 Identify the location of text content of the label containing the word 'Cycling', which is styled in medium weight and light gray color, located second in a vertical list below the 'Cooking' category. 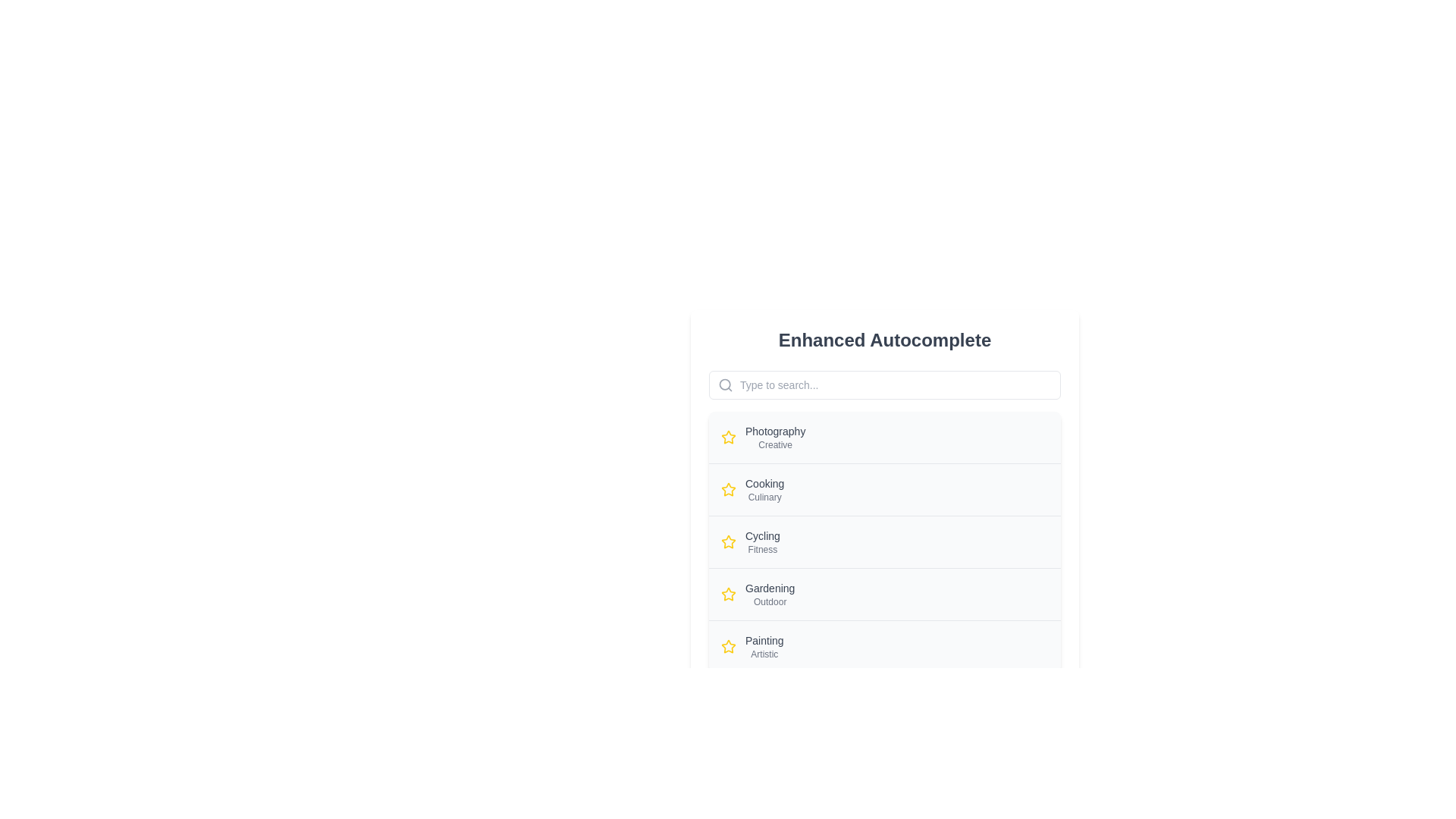
(762, 535).